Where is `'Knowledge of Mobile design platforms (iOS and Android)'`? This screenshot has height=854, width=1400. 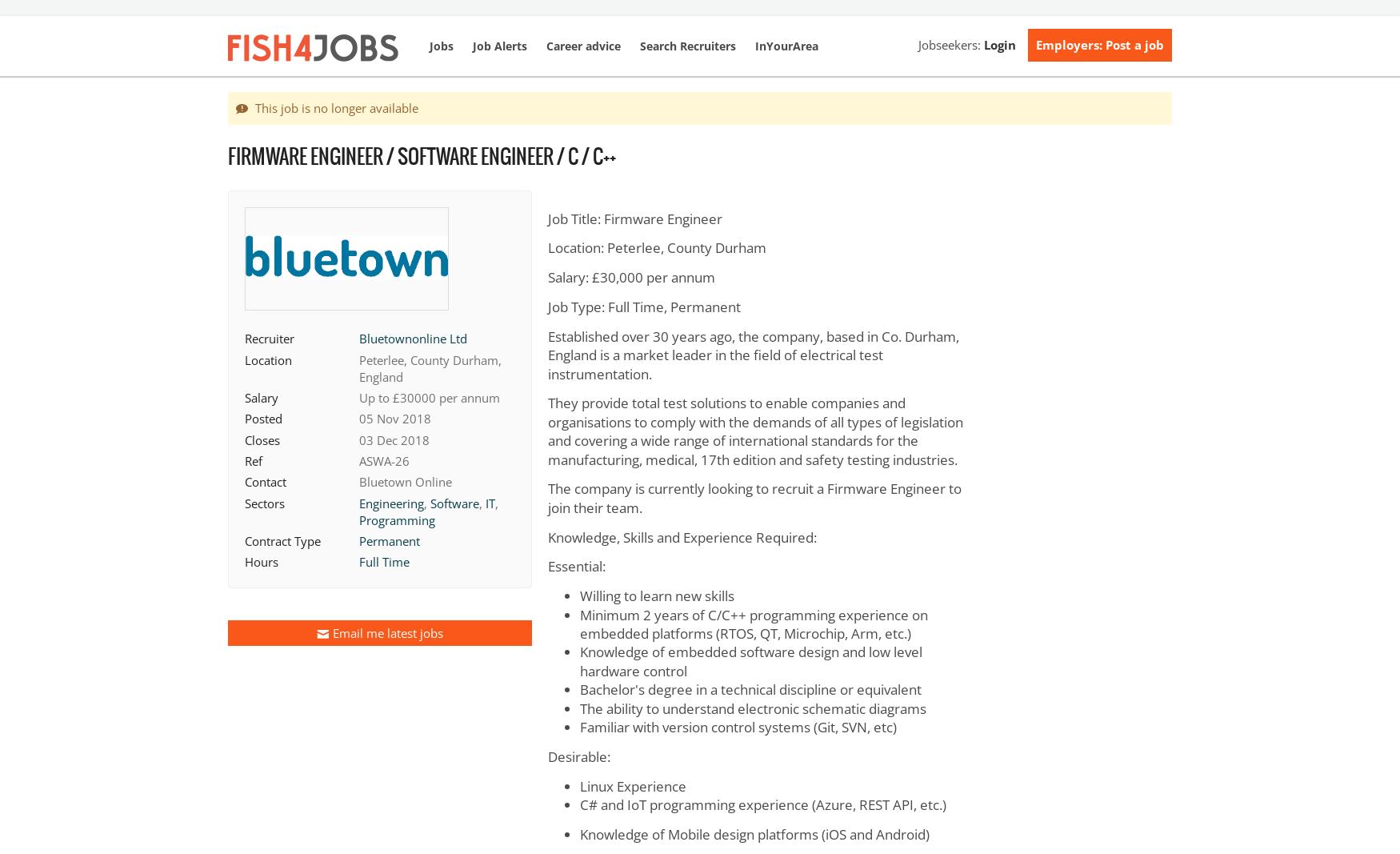
'Knowledge of Mobile design platforms (iOS and Android)' is located at coordinates (578, 833).